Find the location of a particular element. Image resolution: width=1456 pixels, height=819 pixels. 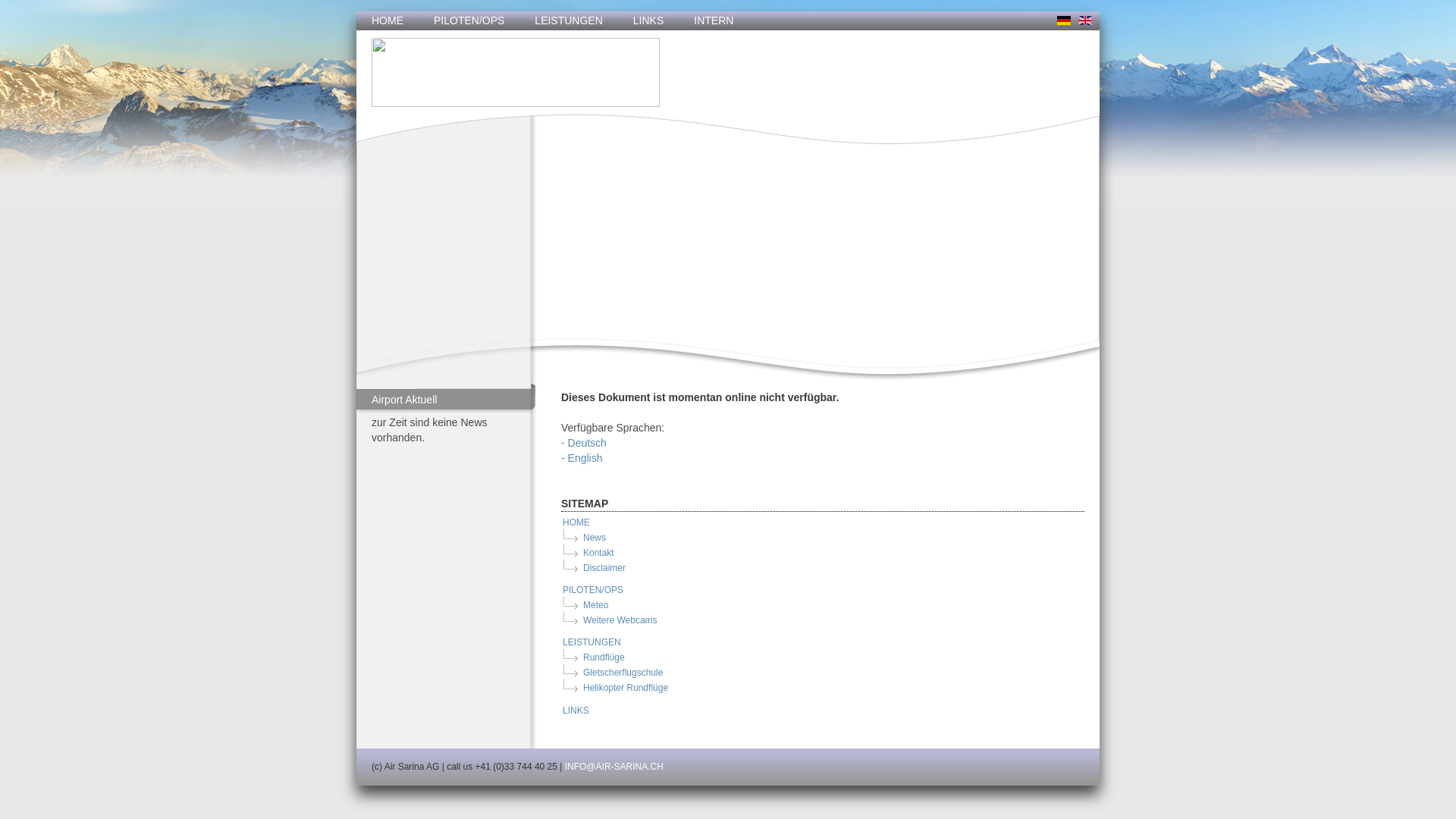

'- Deutsch' is located at coordinates (582, 442).